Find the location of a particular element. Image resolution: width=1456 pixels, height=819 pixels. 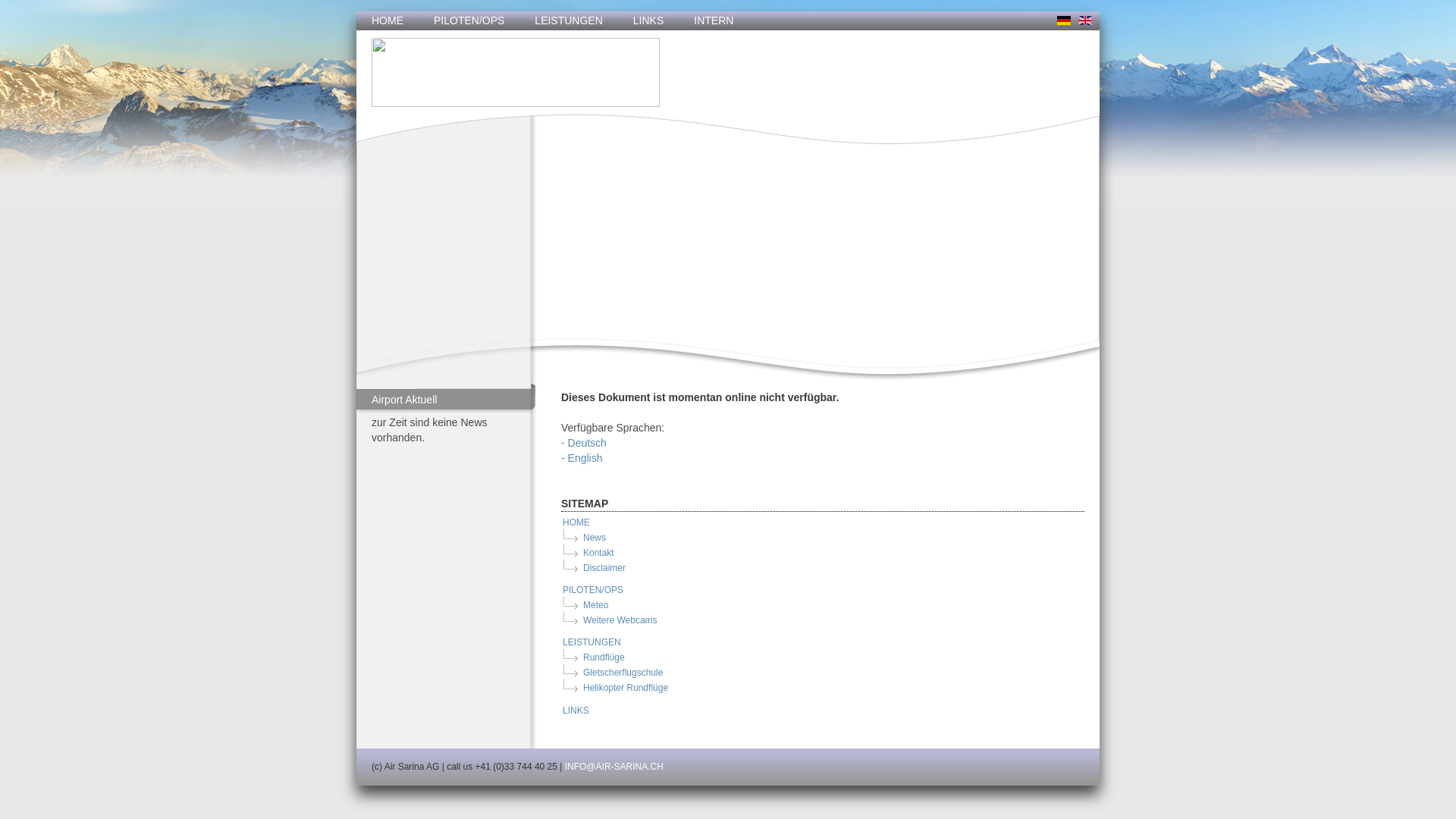

'- Deutsch' is located at coordinates (582, 442).